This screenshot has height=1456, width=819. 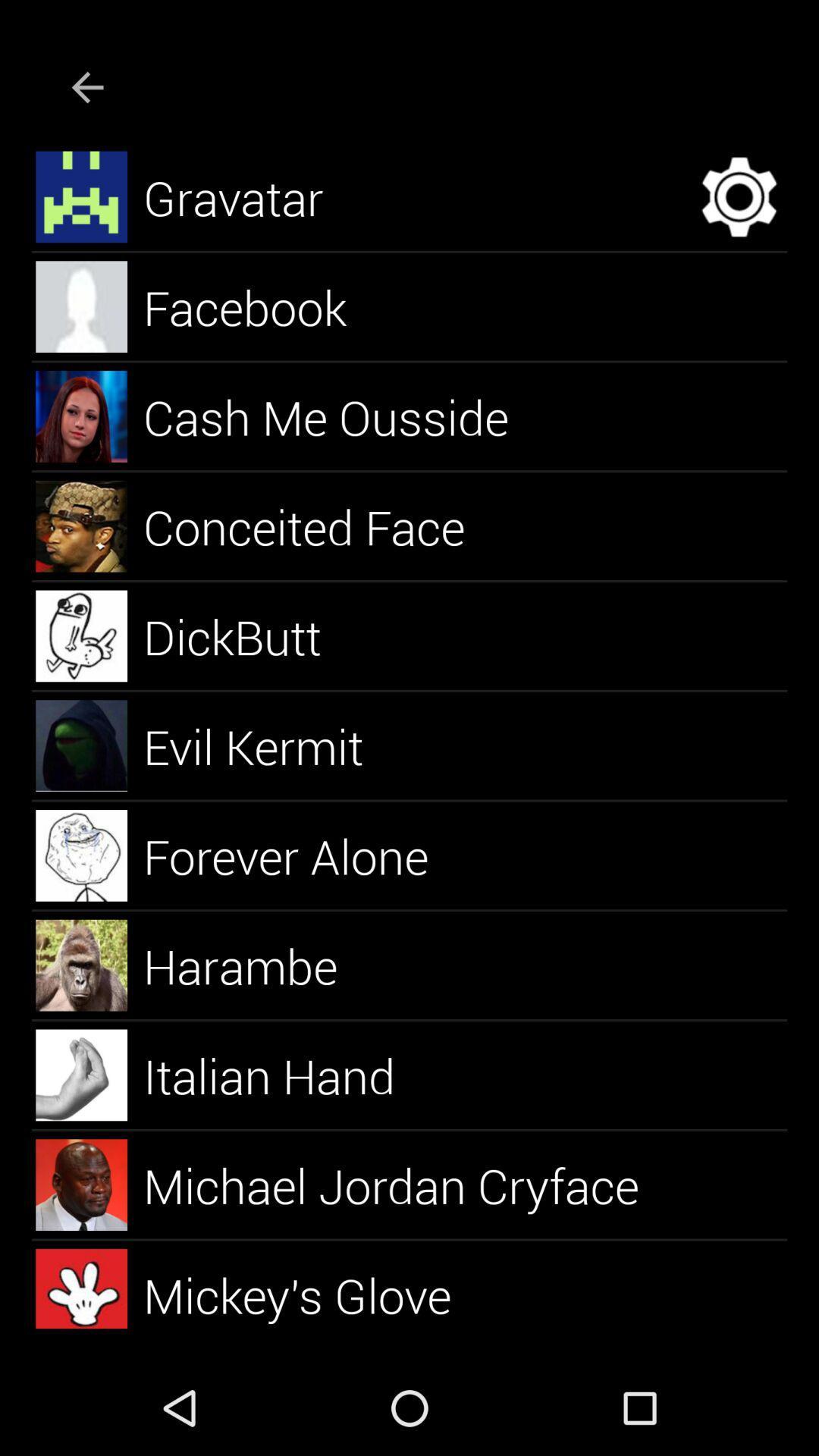 What do you see at coordinates (249, 635) in the screenshot?
I see `dickbutt icon` at bounding box center [249, 635].